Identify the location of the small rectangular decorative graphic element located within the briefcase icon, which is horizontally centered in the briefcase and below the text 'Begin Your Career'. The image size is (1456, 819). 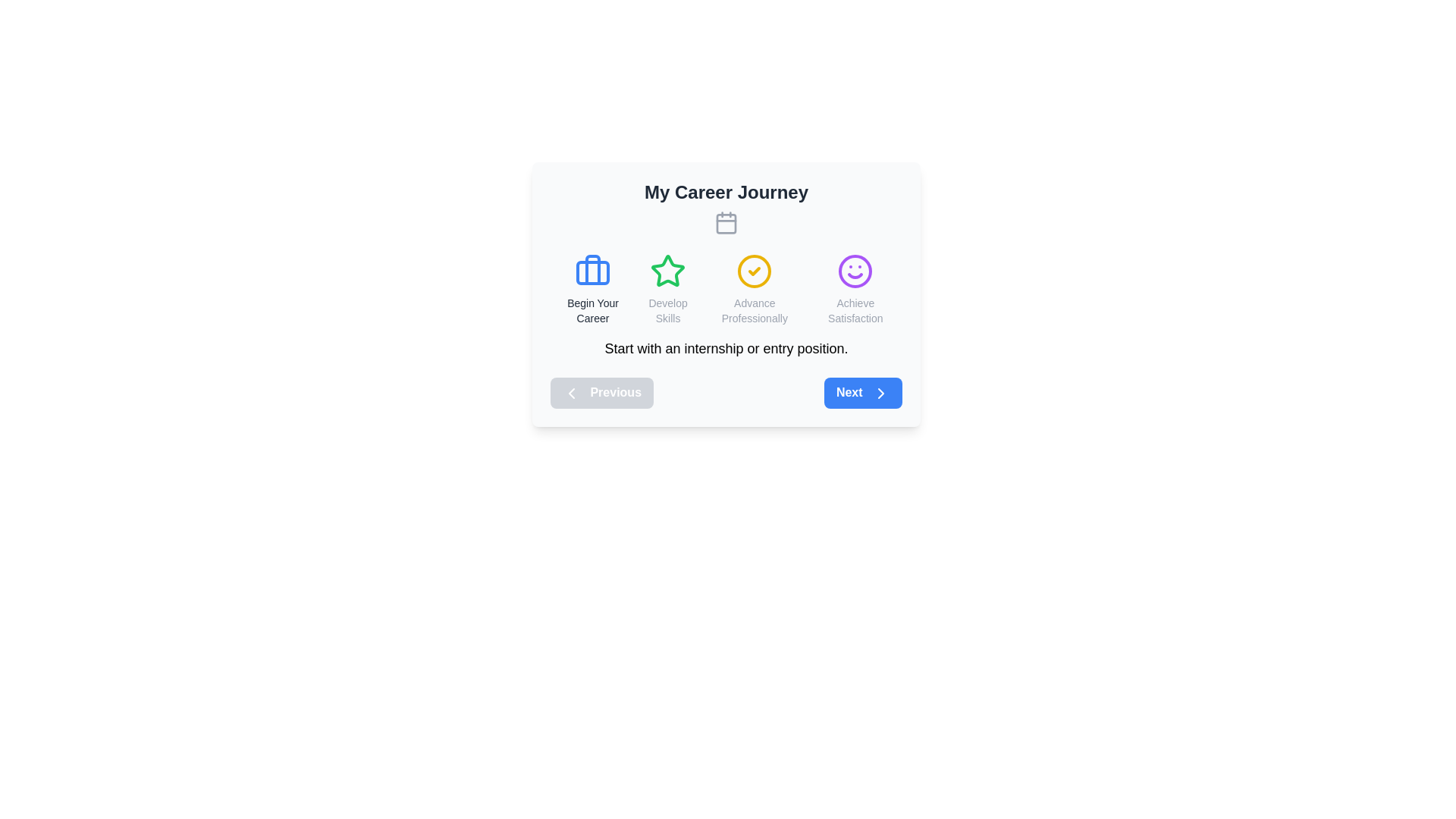
(592, 271).